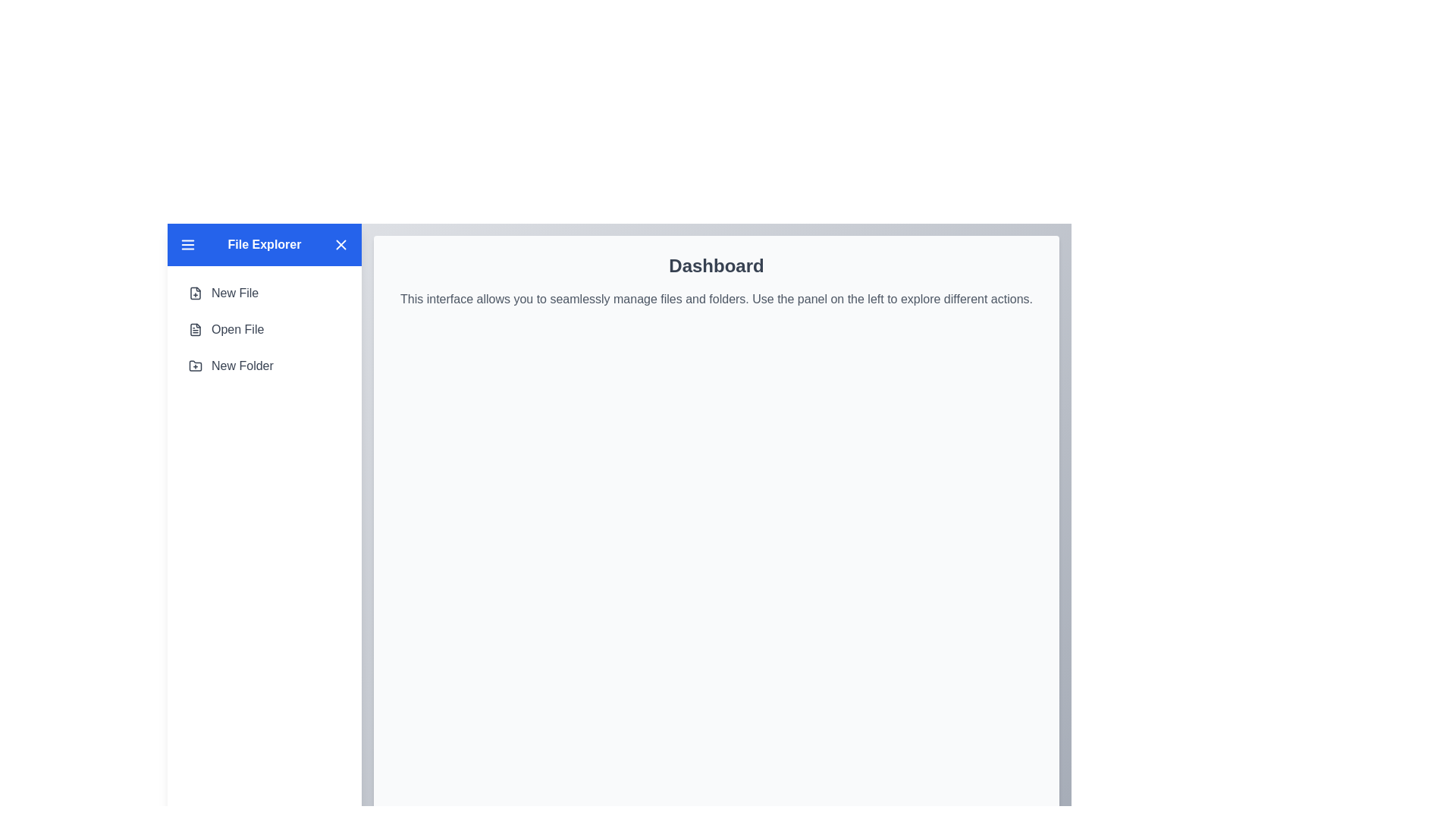  Describe the element at coordinates (340, 244) in the screenshot. I see `the button located at the top of the left-side menu panel, adjacent to the 'File Explorer' label` at that location.